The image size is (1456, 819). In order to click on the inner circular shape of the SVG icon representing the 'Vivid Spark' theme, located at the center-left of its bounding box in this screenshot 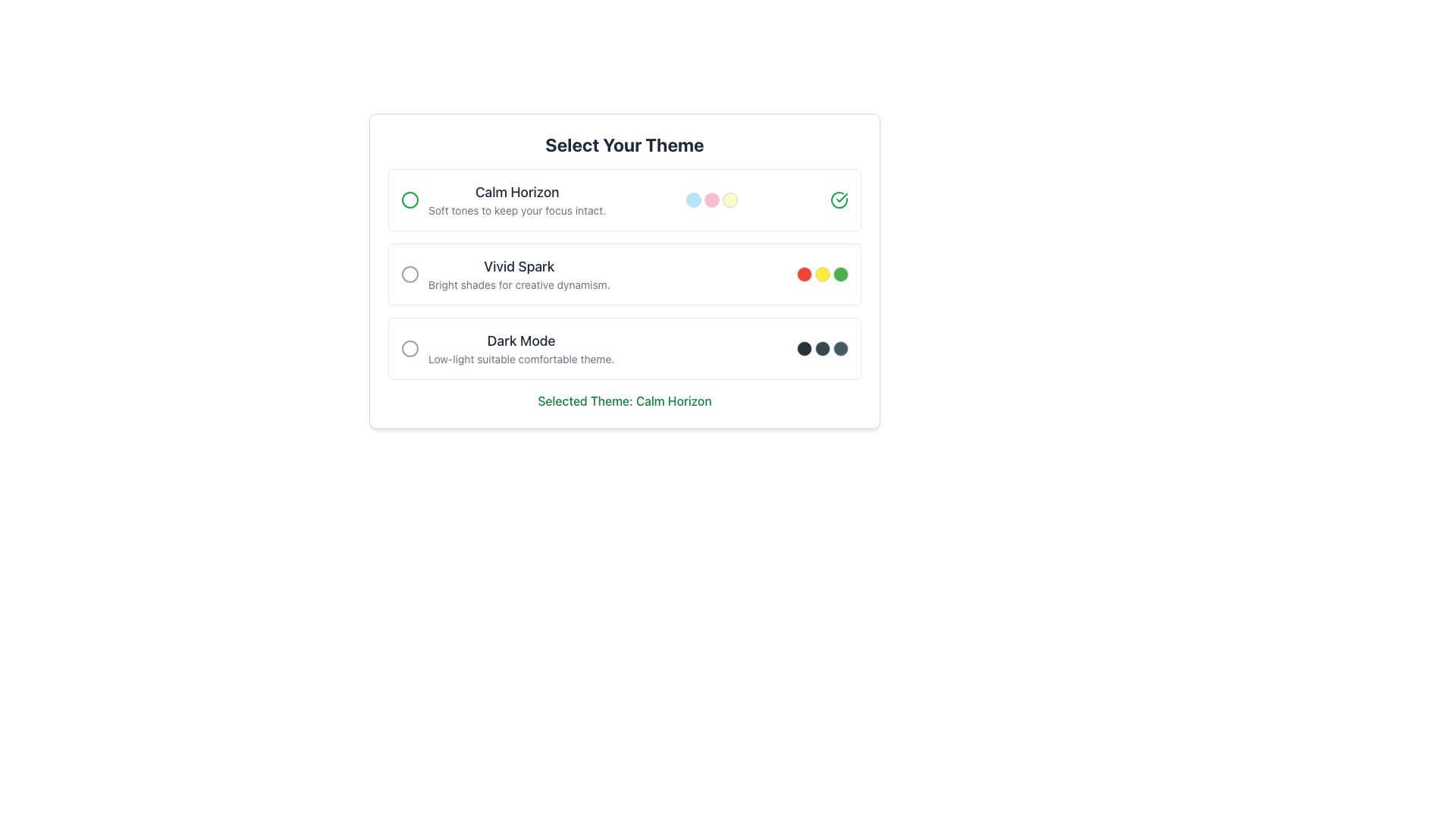, I will do `click(410, 275)`.